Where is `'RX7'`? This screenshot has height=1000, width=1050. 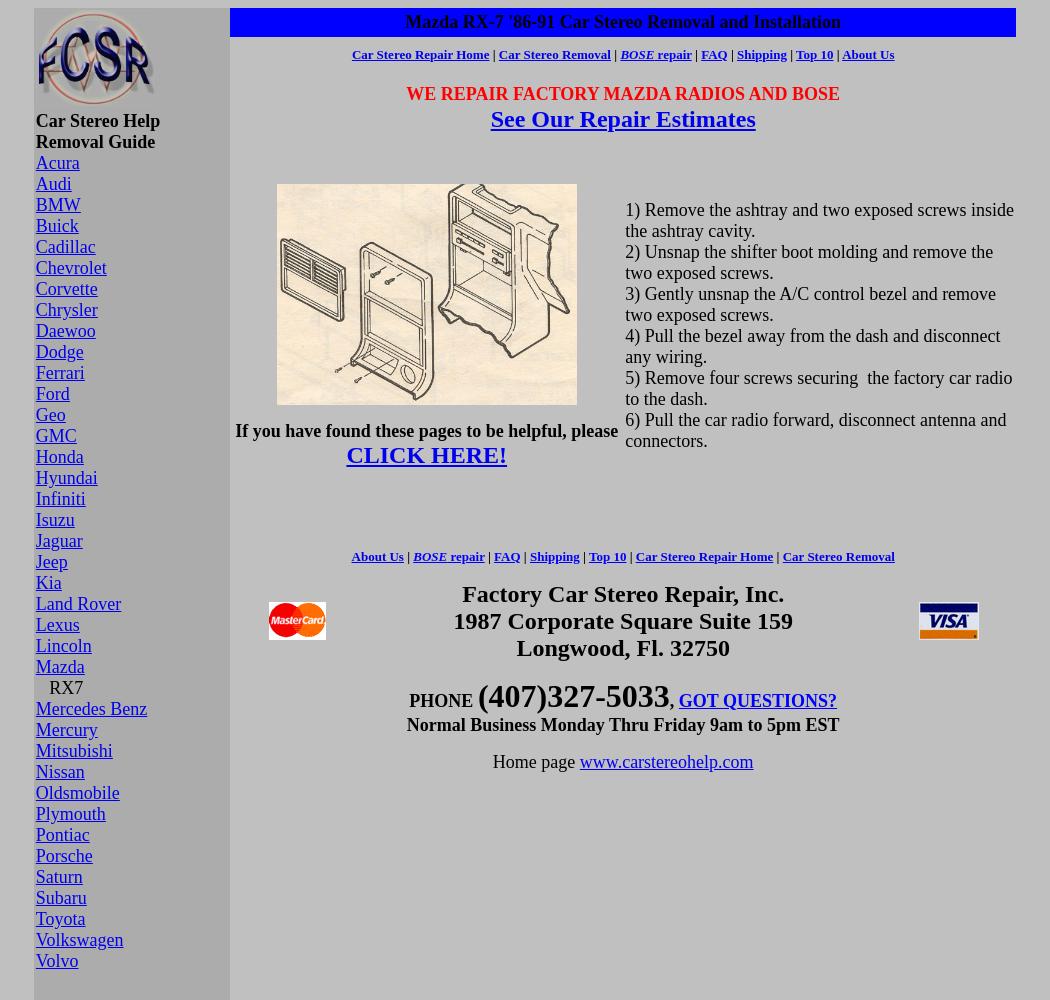 'RX7' is located at coordinates (58, 688).